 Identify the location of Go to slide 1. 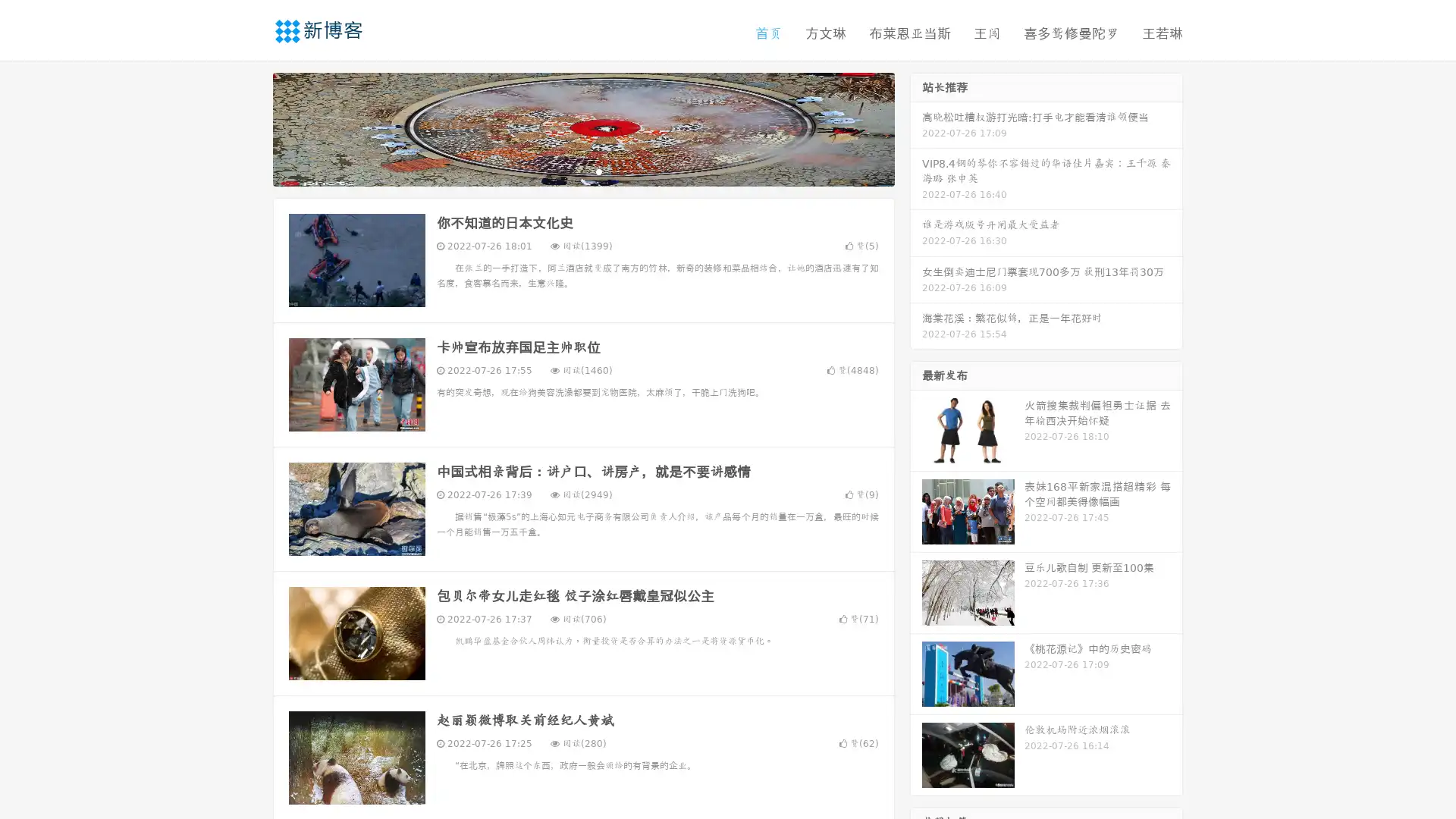
(567, 171).